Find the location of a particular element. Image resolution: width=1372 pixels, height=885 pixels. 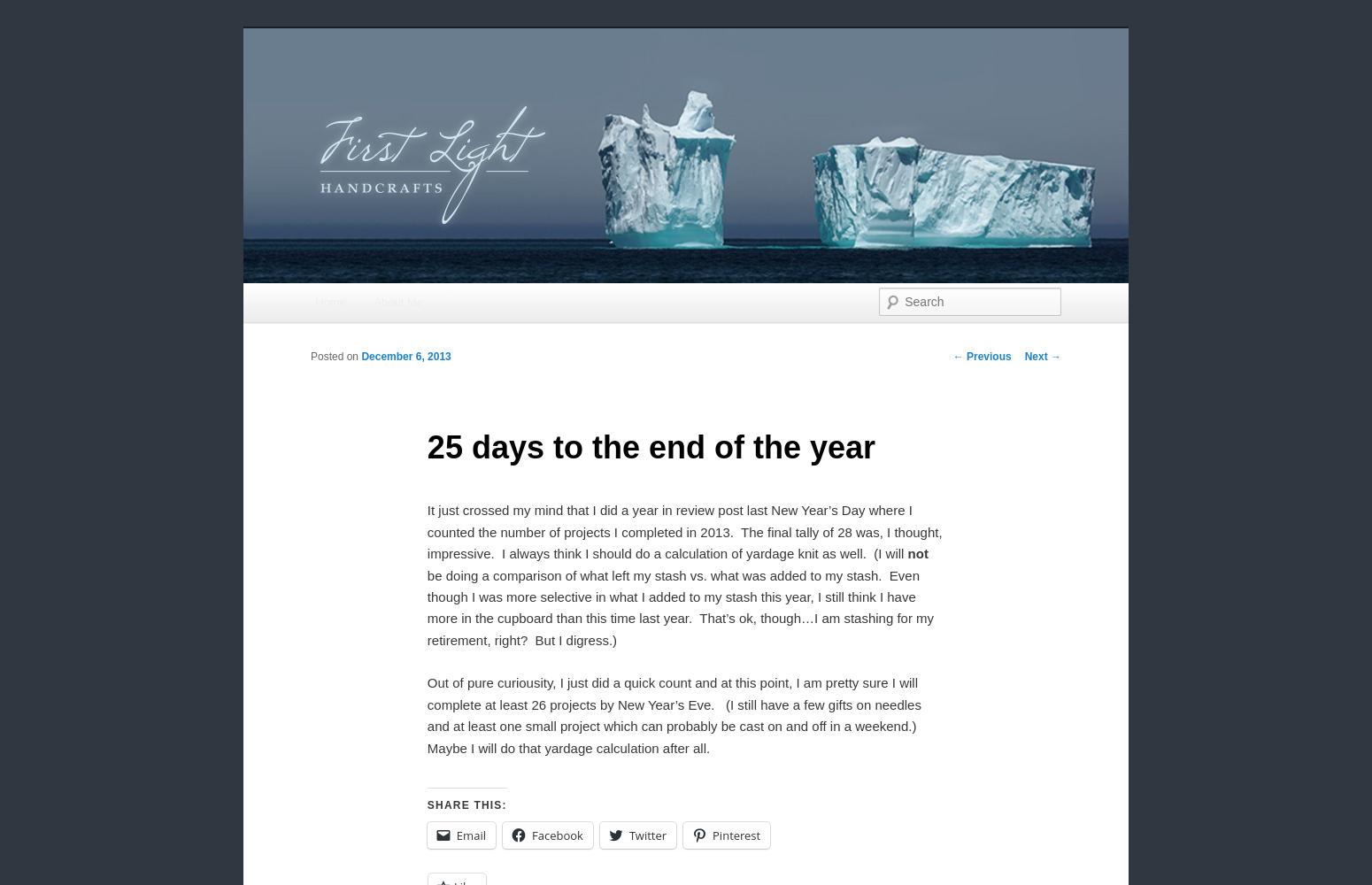

'Share this:' is located at coordinates (466, 804).